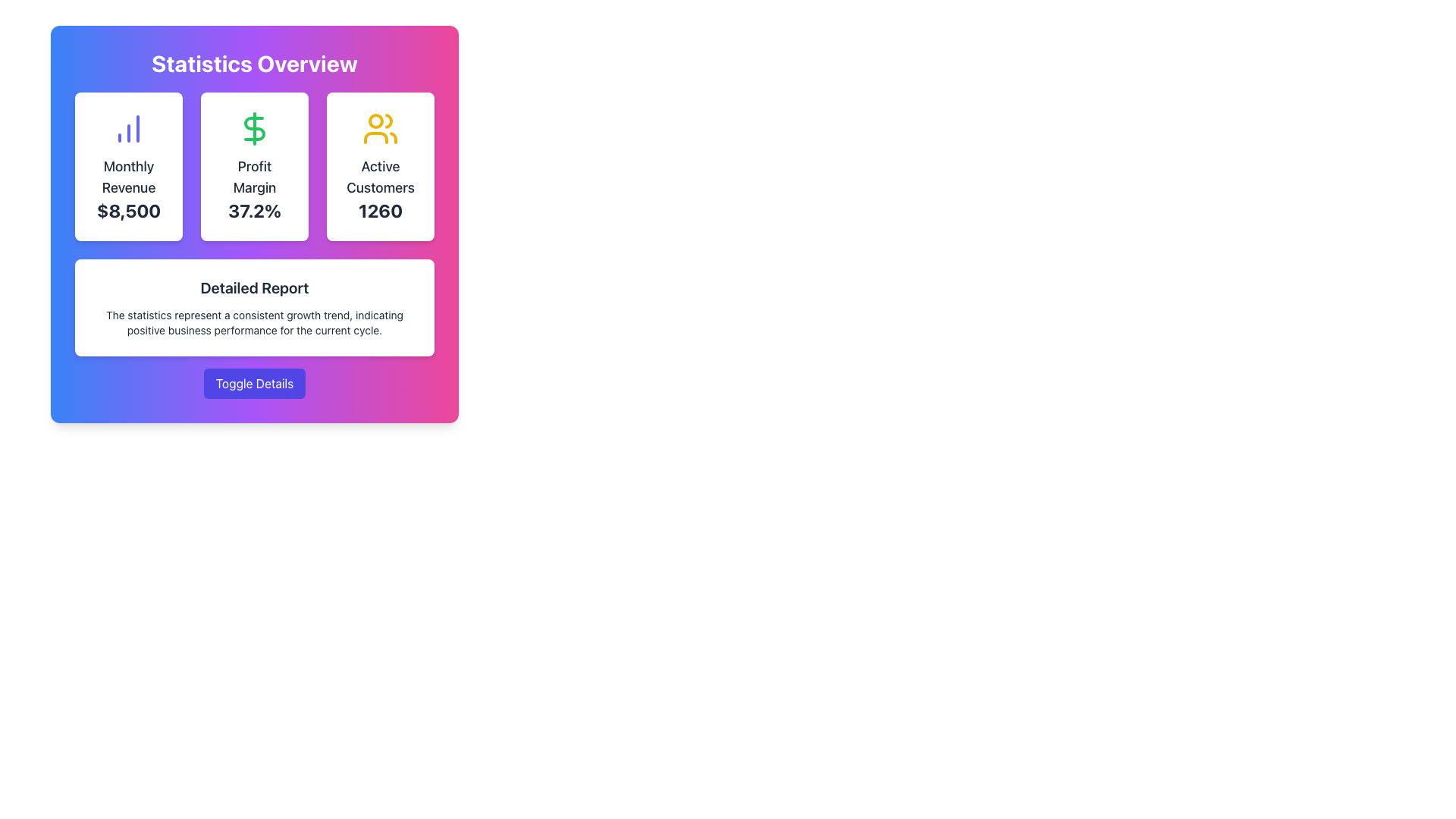 This screenshot has height=819, width=1456. Describe the element at coordinates (128, 166) in the screenshot. I see `the Information Card displaying the monthly revenue data, located first in the 'Statistics Overview' section` at that location.